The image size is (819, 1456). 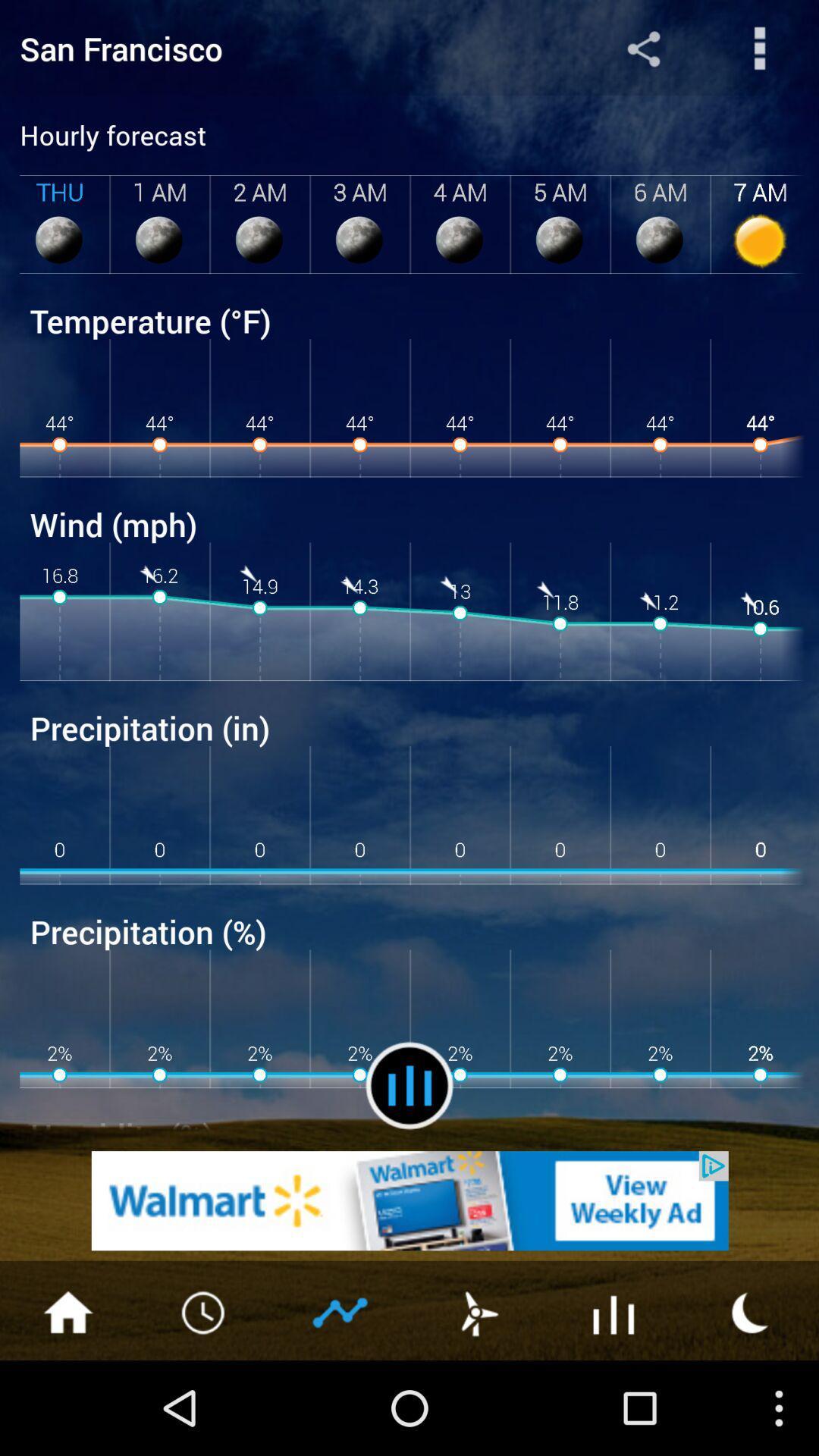 What do you see at coordinates (67, 1310) in the screenshot?
I see `go home` at bounding box center [67, 1310].